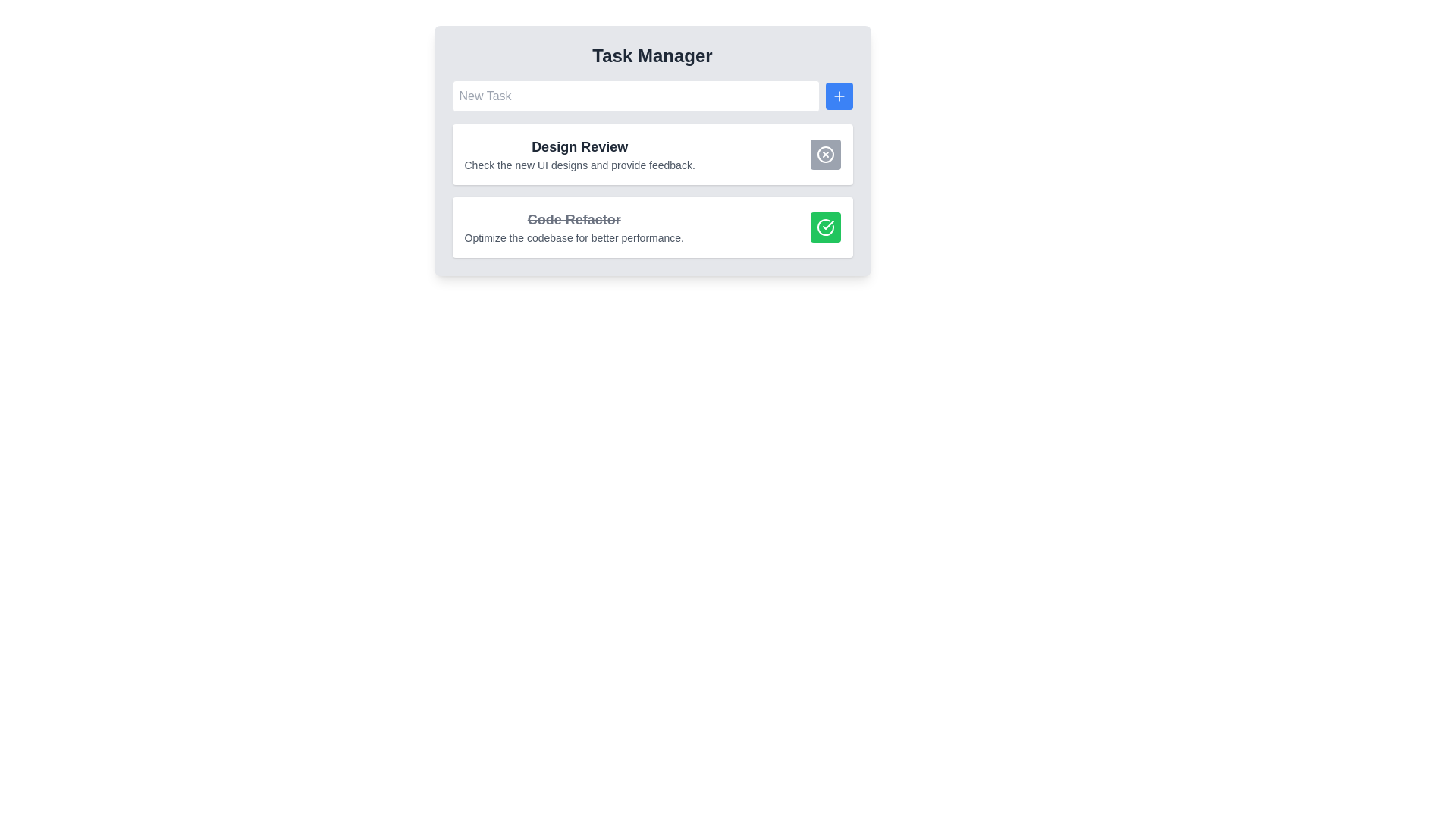 This screenshot has height=819, width=1456. I want to click on the Task Item Widget displaying the task titled 'Design Review', so click(652, 151).